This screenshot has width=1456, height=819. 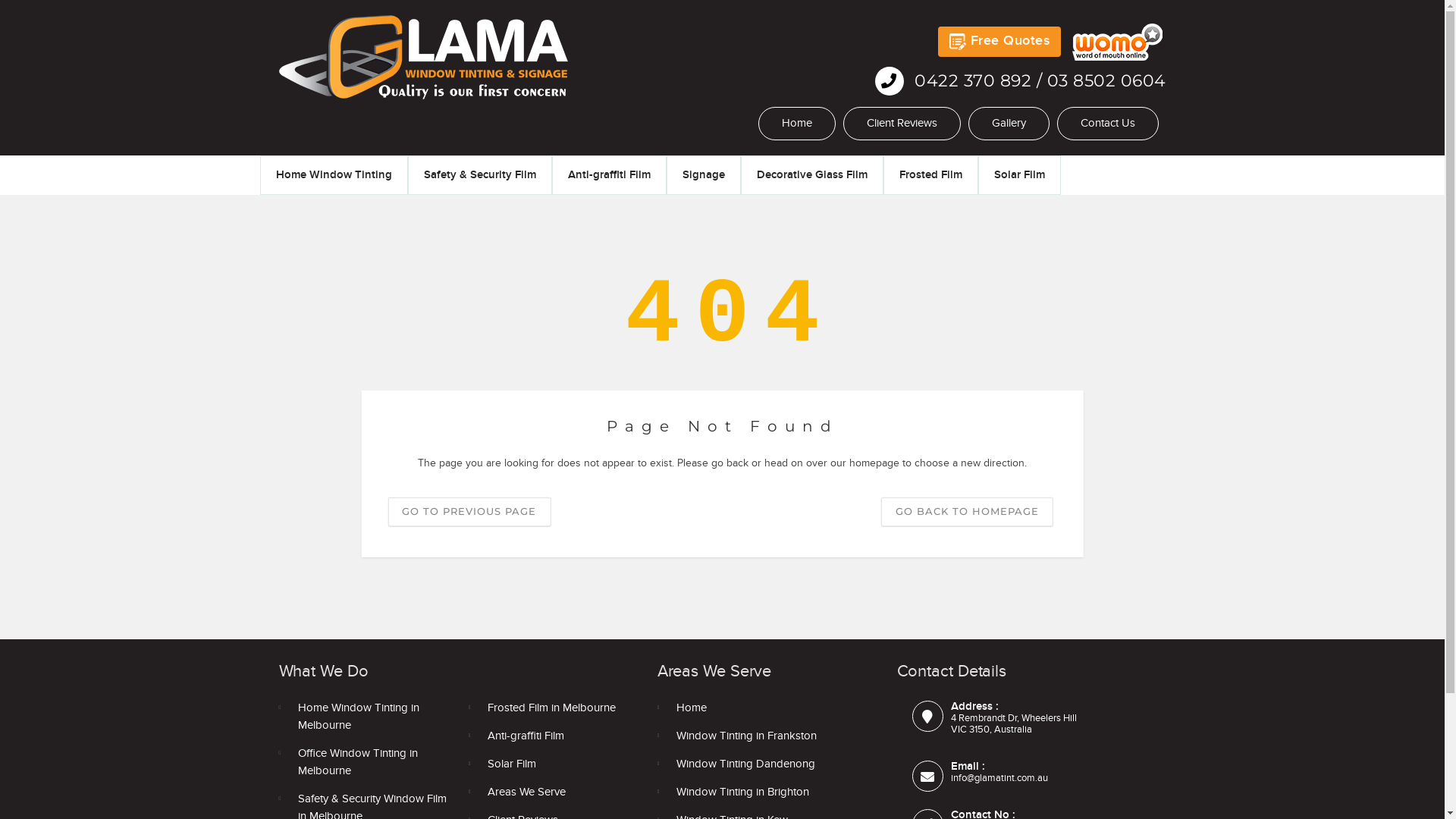 I want to click on 'Frosted Film in Melbourne', so click(x=557, y=709).